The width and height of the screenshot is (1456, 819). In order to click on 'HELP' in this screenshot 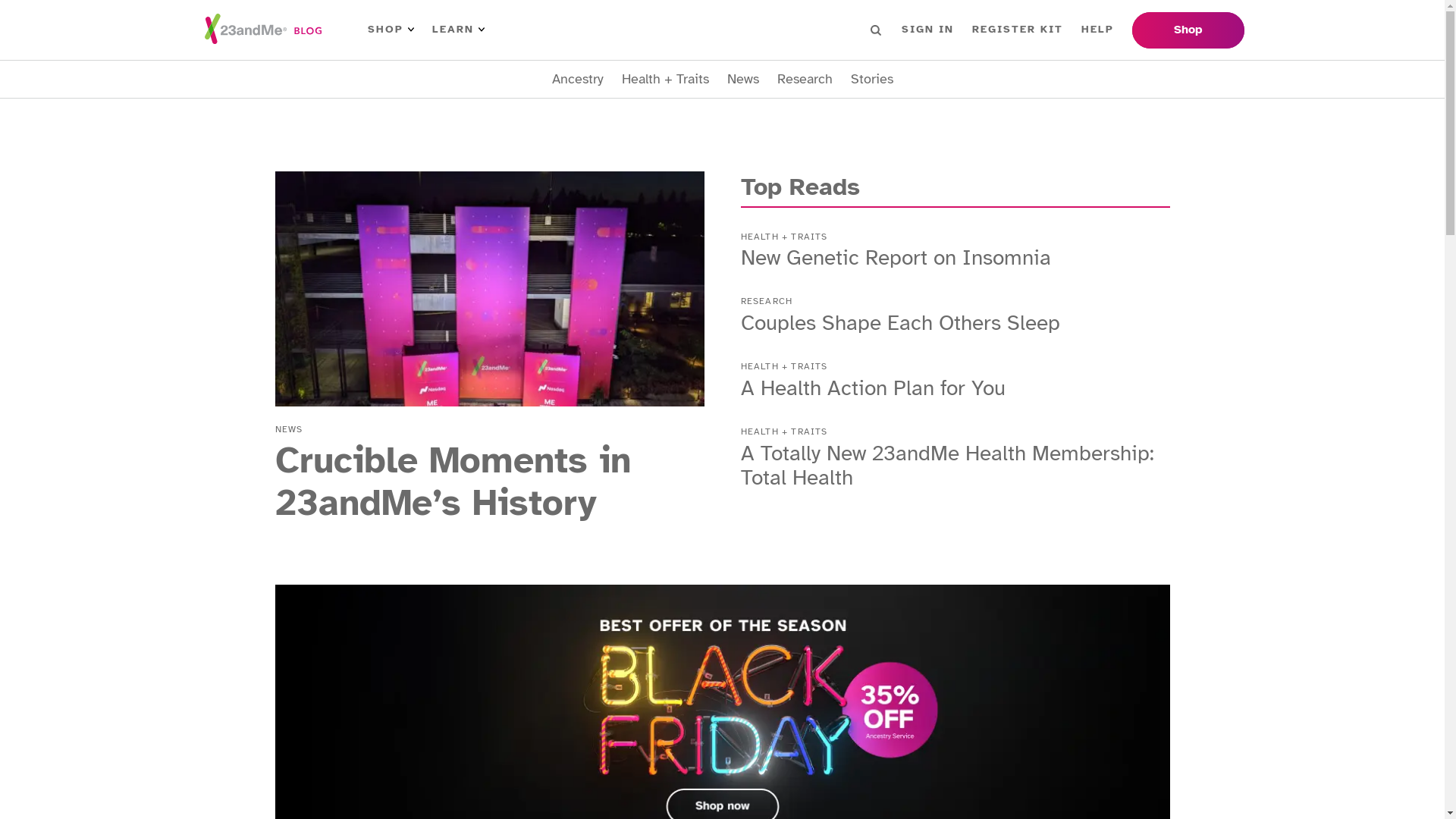, I will do `click(1097, 29)`.